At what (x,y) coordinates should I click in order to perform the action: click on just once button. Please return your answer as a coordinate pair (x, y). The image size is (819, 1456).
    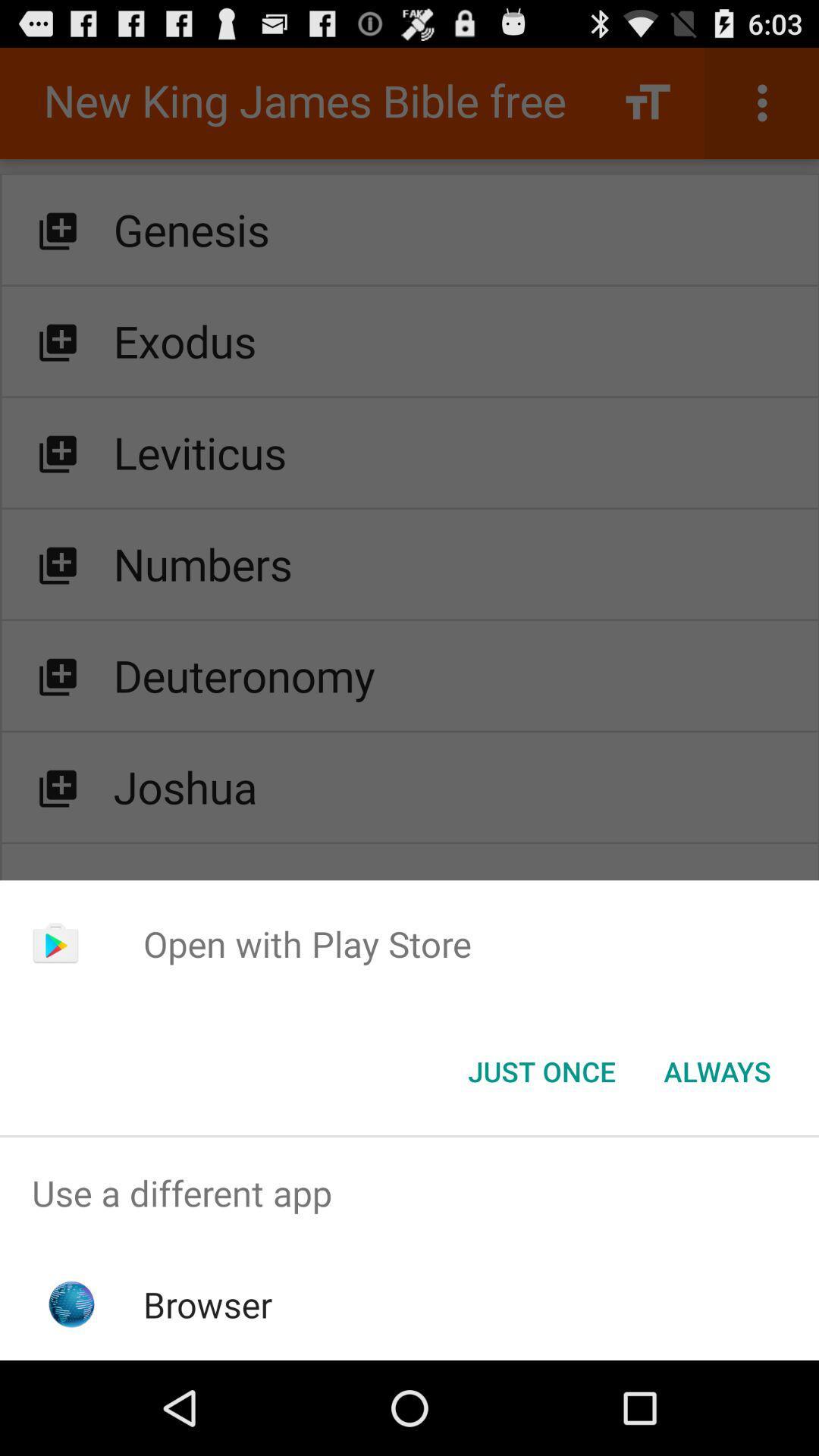
    Looking at the image, I should click on (541, 1070).